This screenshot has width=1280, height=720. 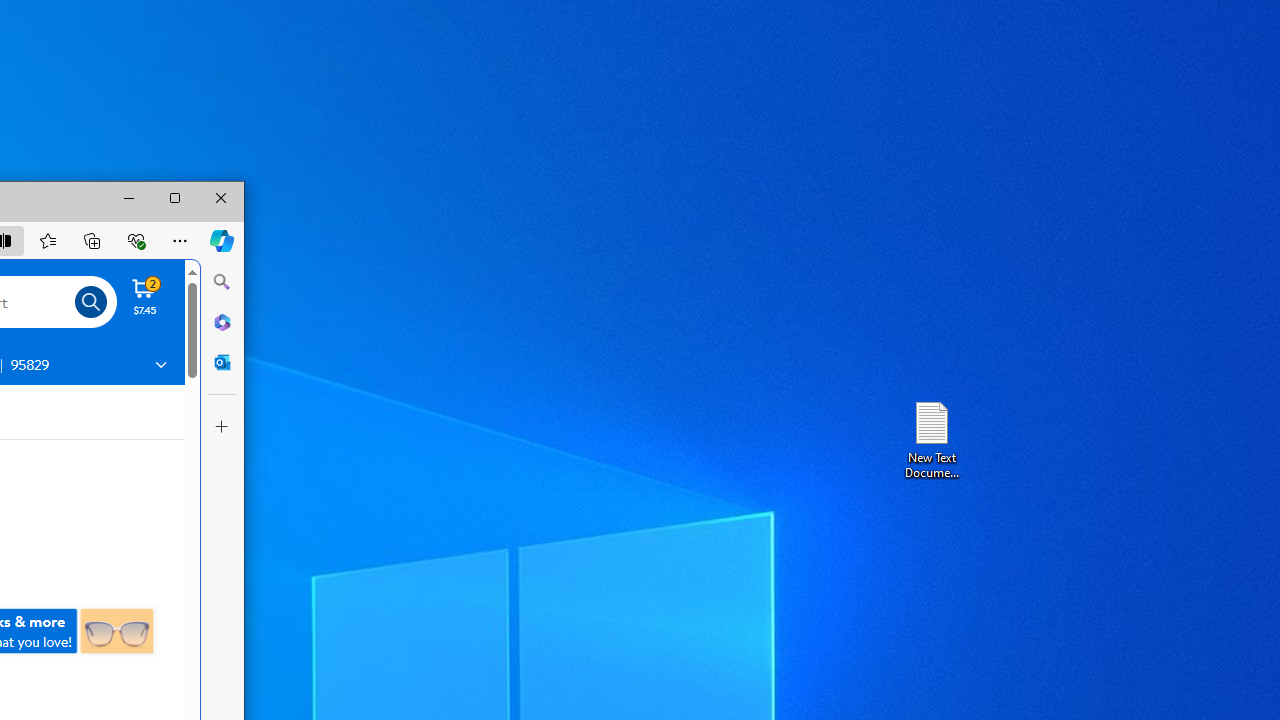 I want to click on 'New Text Document (2)', so click(x=930, y=438).